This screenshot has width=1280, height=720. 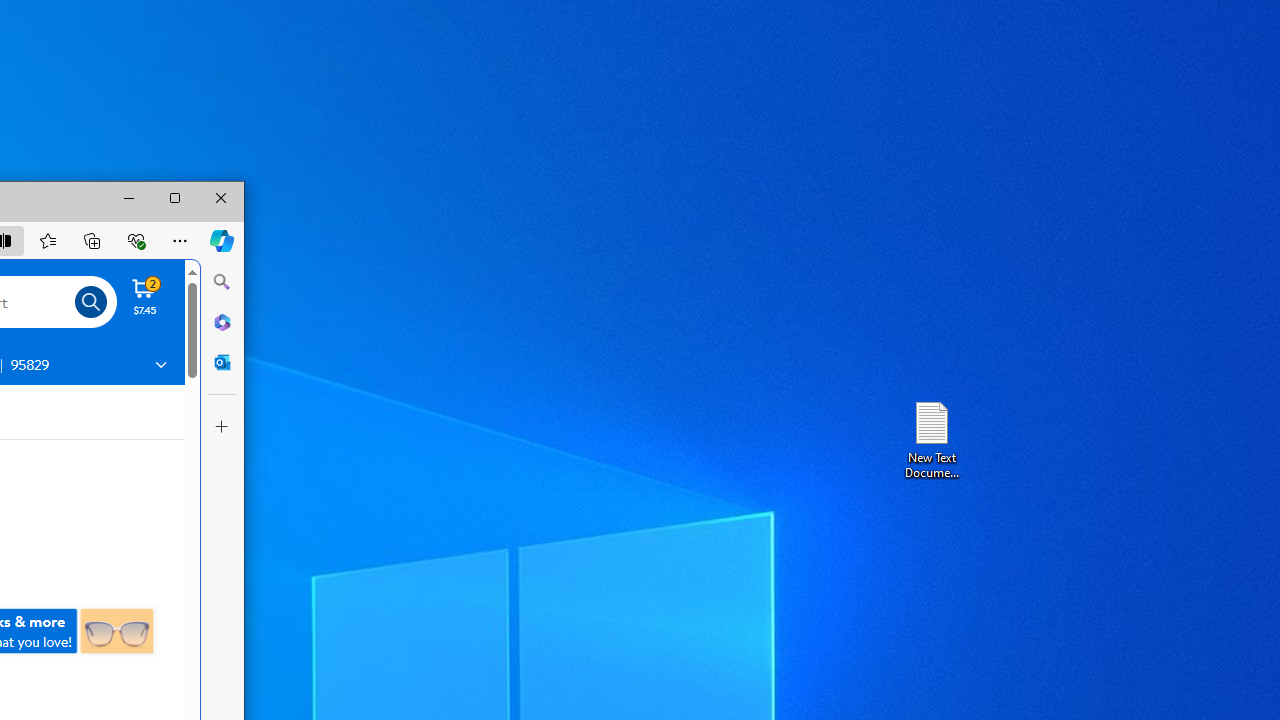 I want to click on 'New Text Document (2)', so click(x=930, y=438).